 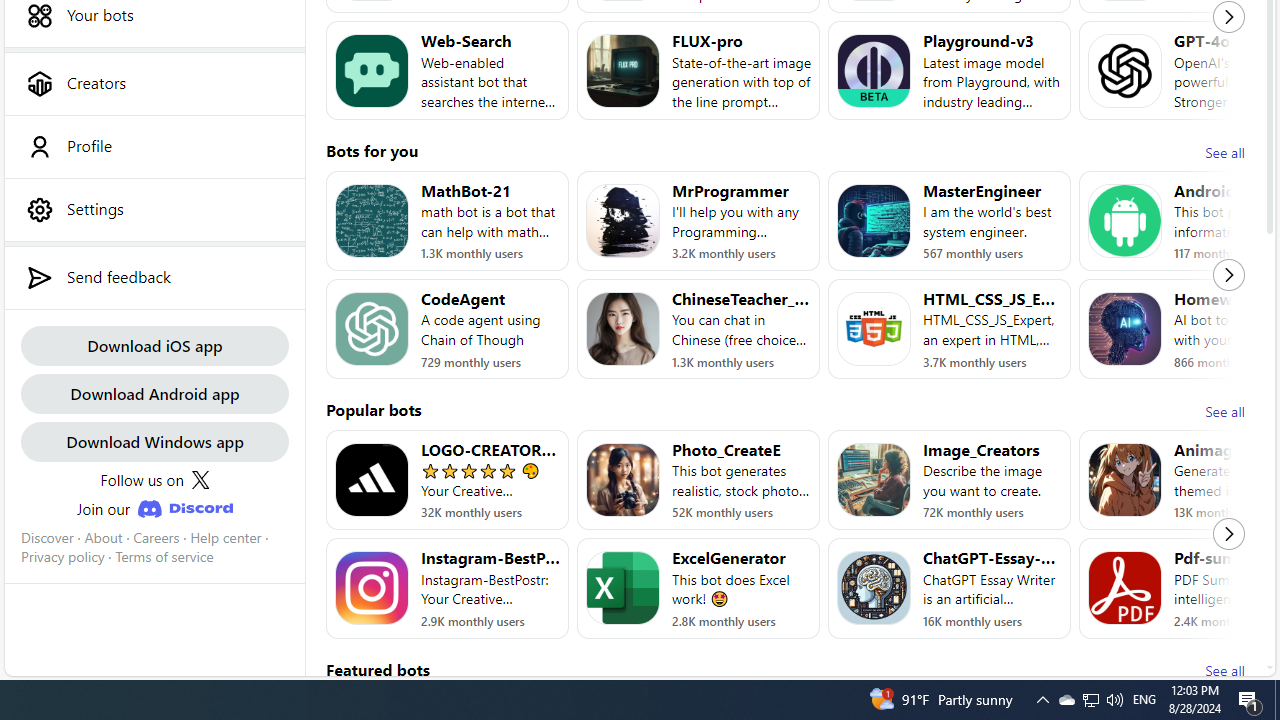 What do you see at coordinates (153, 393) in the screenshot?
I see `'Download Android app'` at bounding box center [153, 393].